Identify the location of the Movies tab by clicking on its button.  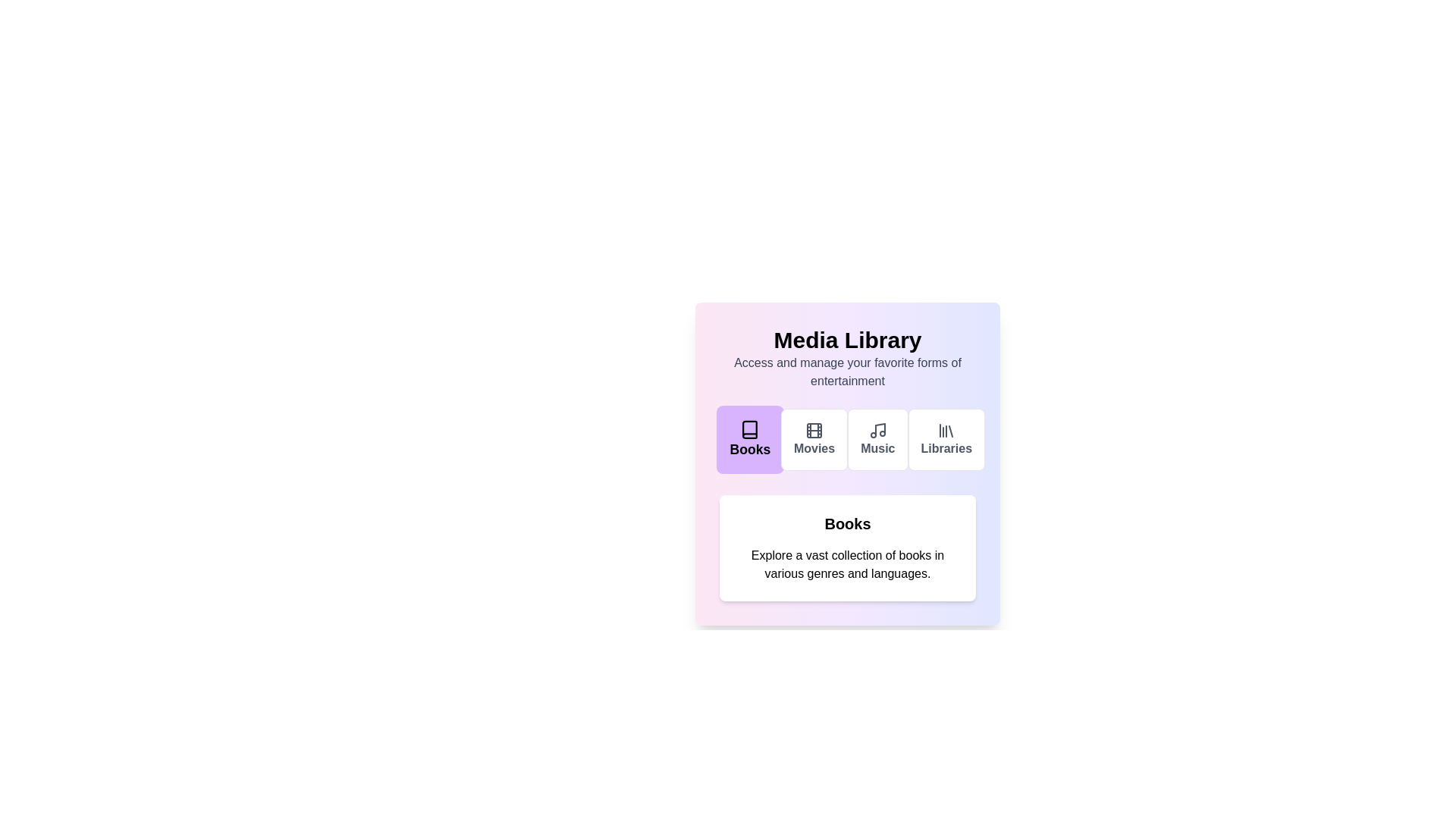
(814, 439).